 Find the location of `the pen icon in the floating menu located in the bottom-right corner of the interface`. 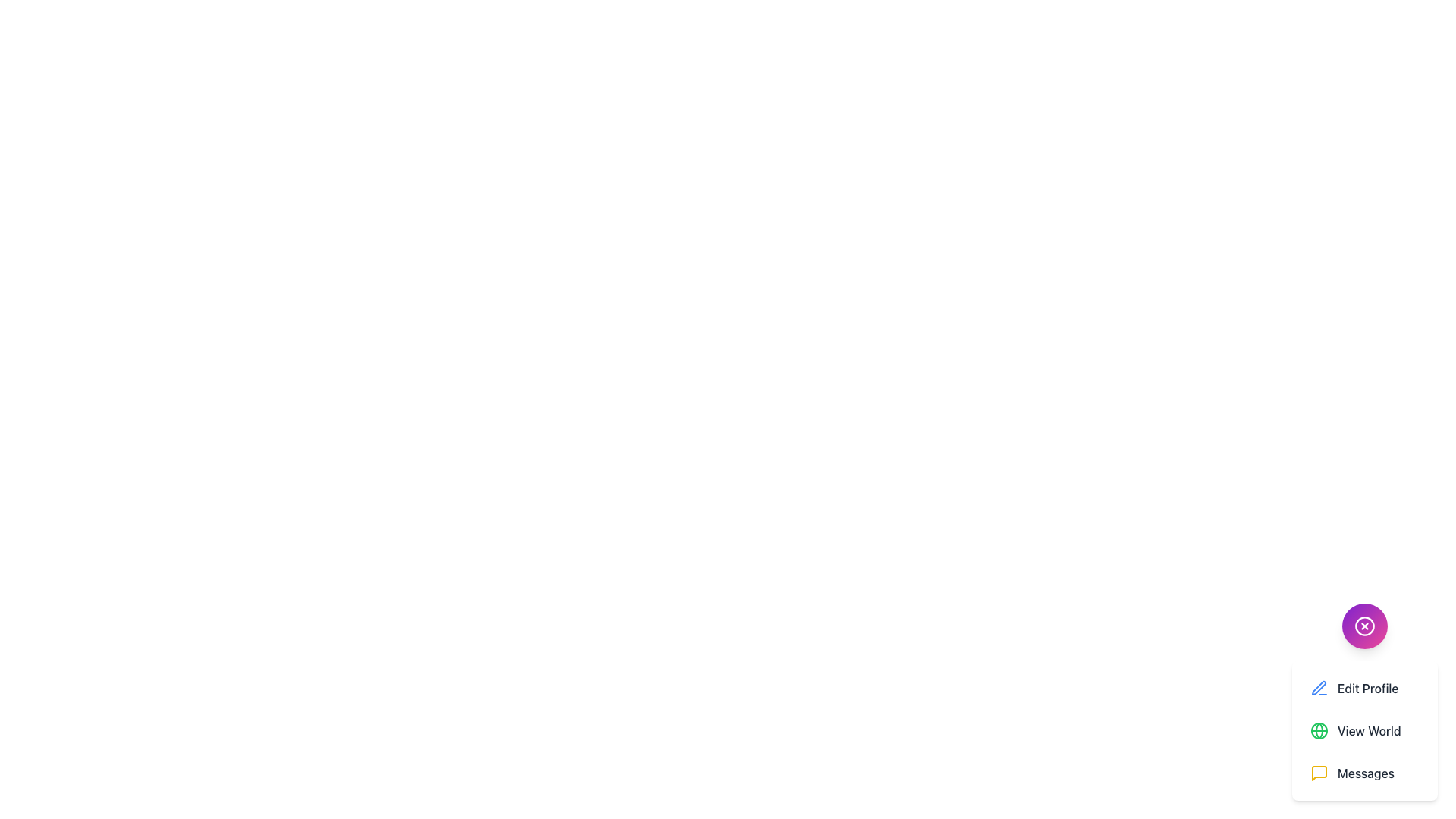

the pen icon in the floating menu located in the bottom-right corner of the interface is located at coordinates (1318, 688).